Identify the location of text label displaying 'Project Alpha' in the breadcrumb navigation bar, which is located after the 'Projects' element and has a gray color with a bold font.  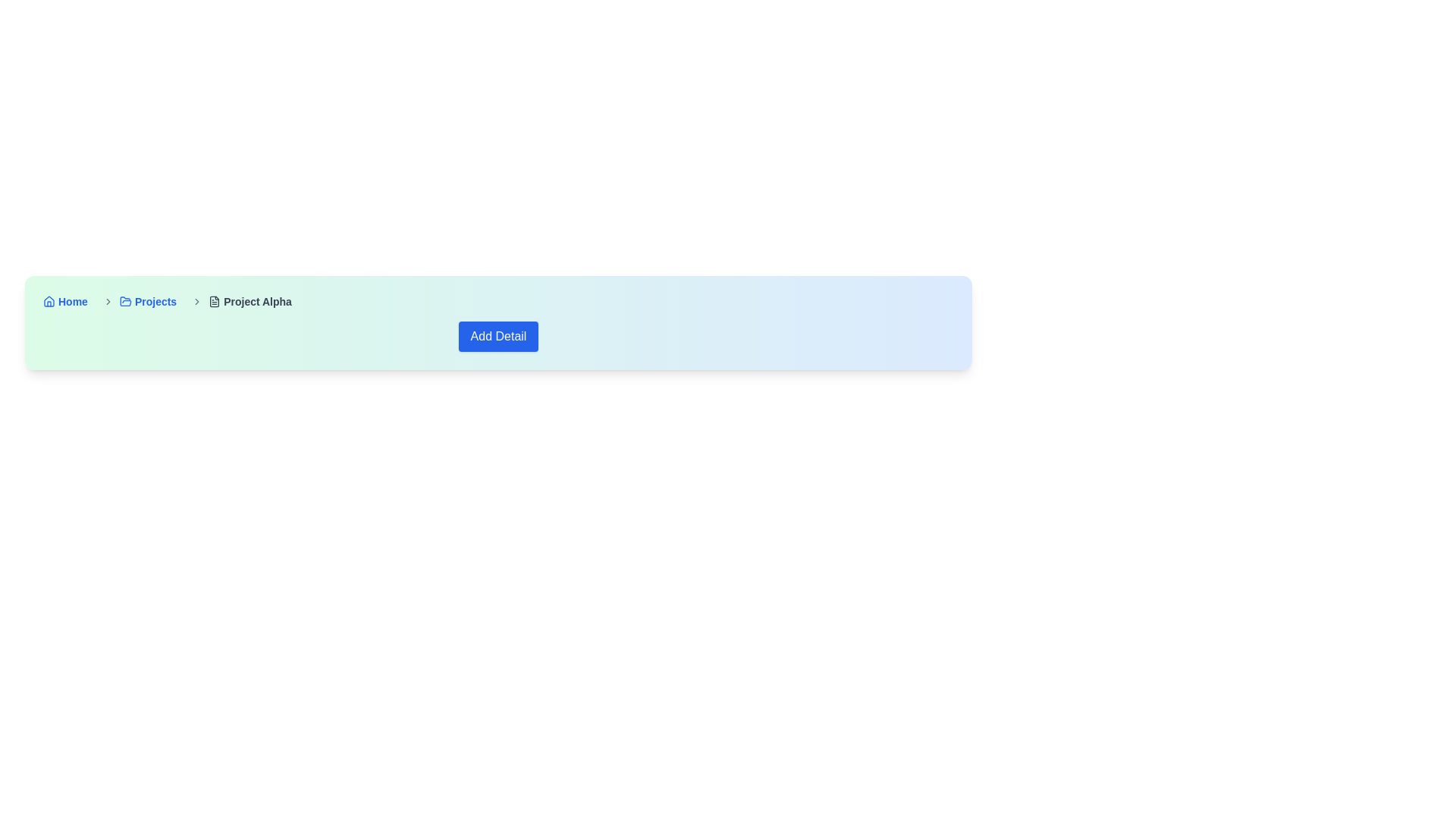
(250, 301).